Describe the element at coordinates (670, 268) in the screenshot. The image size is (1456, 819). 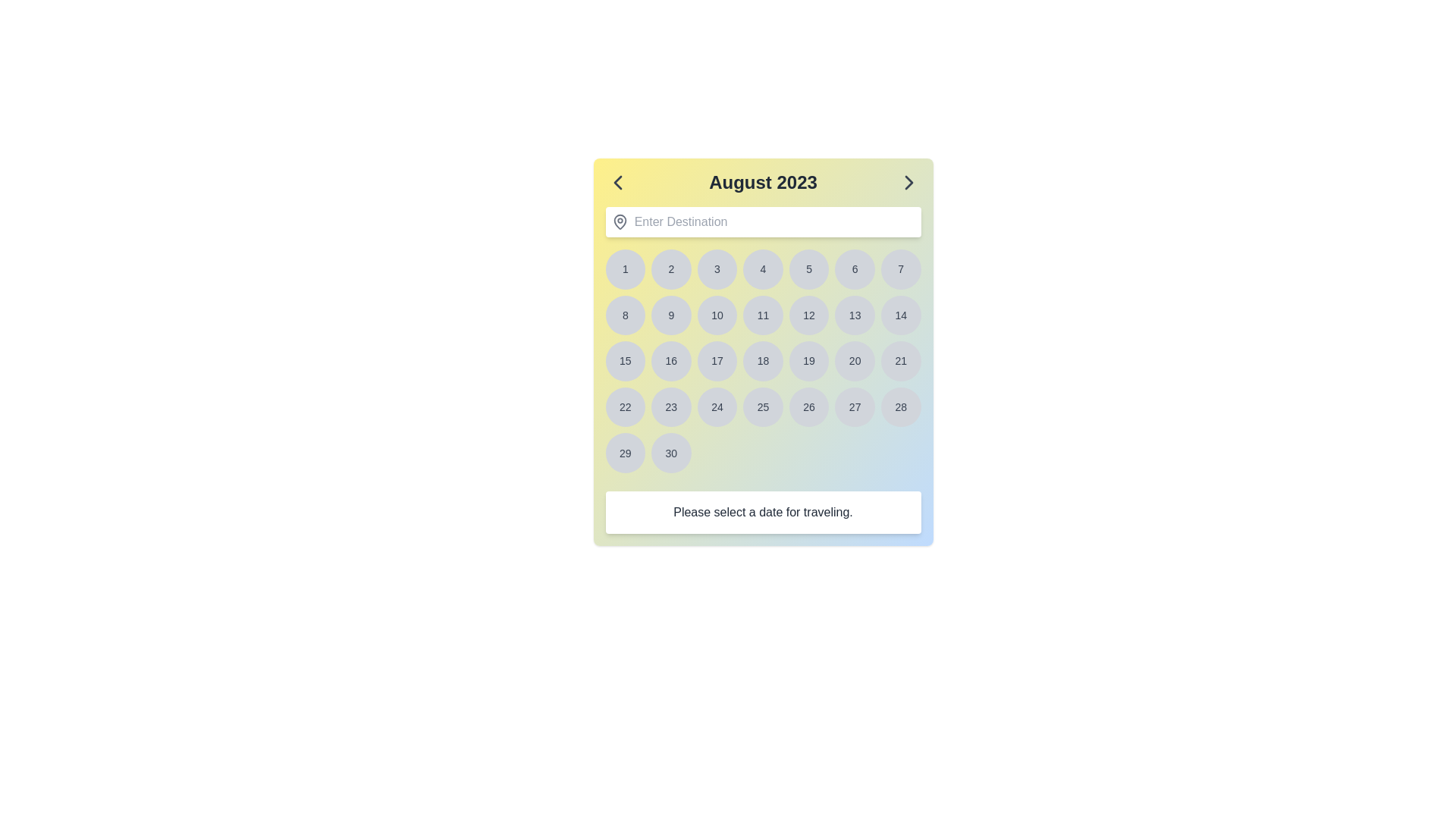
I see `the rounded button displaying the number '2' in black font, located in the second column of the first row of a grid layout` at that location.